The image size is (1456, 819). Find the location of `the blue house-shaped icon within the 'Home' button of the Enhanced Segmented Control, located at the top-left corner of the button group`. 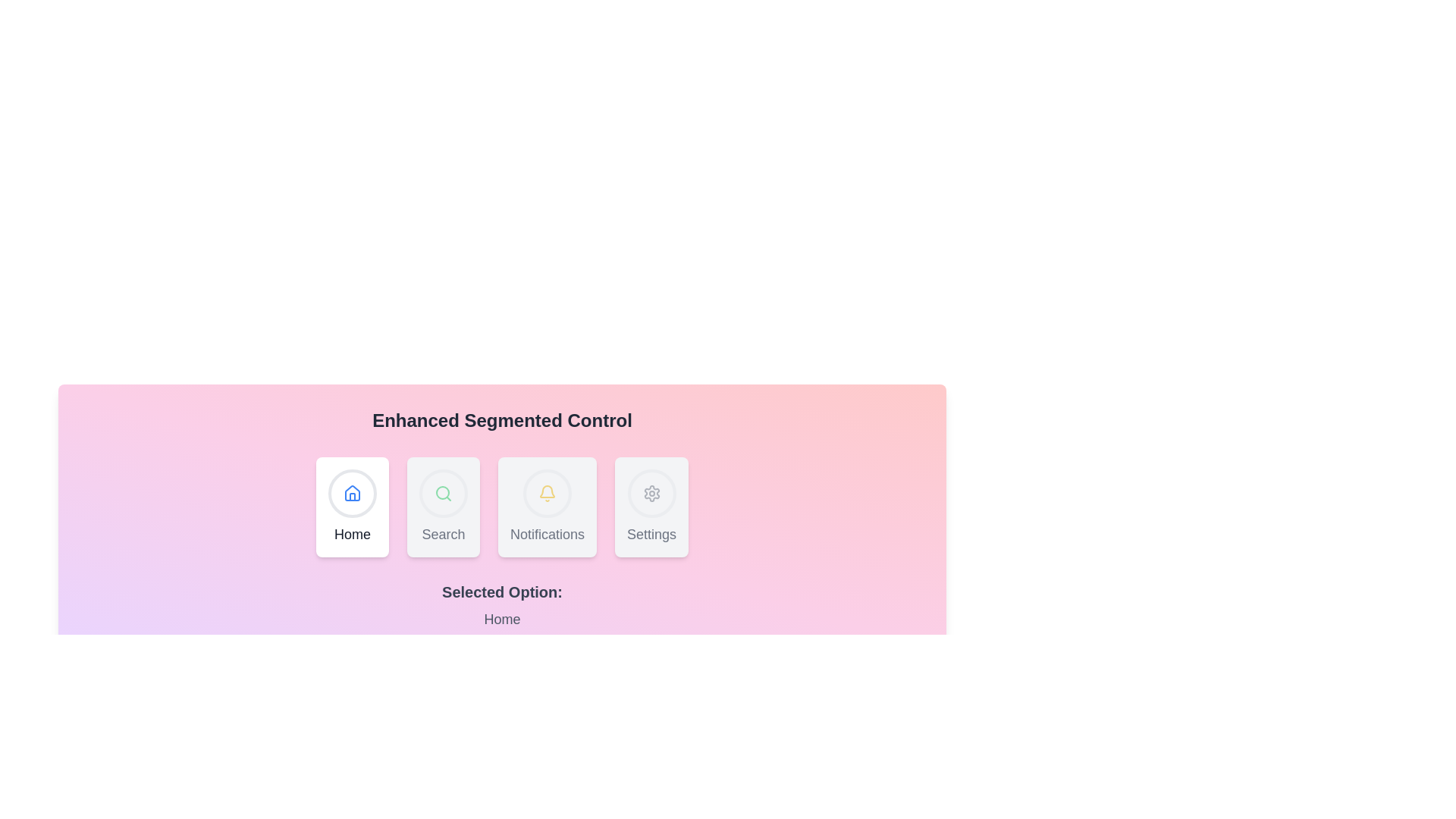

the blue house-shaped icon within the 'Home' button of the Enhanced Segmented Control, located at the top-left corner of the button group is located at coordinates (352, 494).